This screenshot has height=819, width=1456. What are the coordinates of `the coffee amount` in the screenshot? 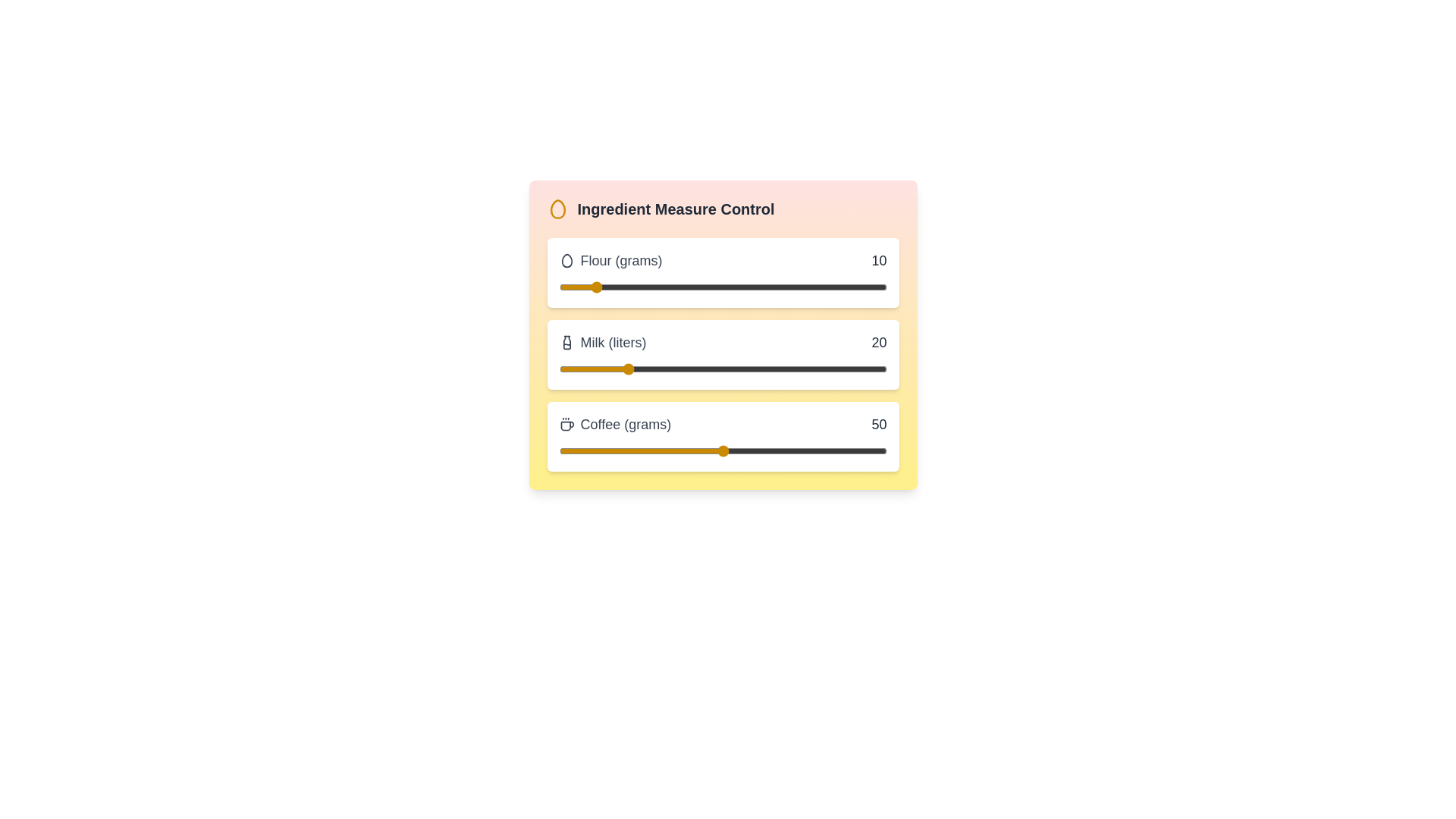 It's located at (797, 450).